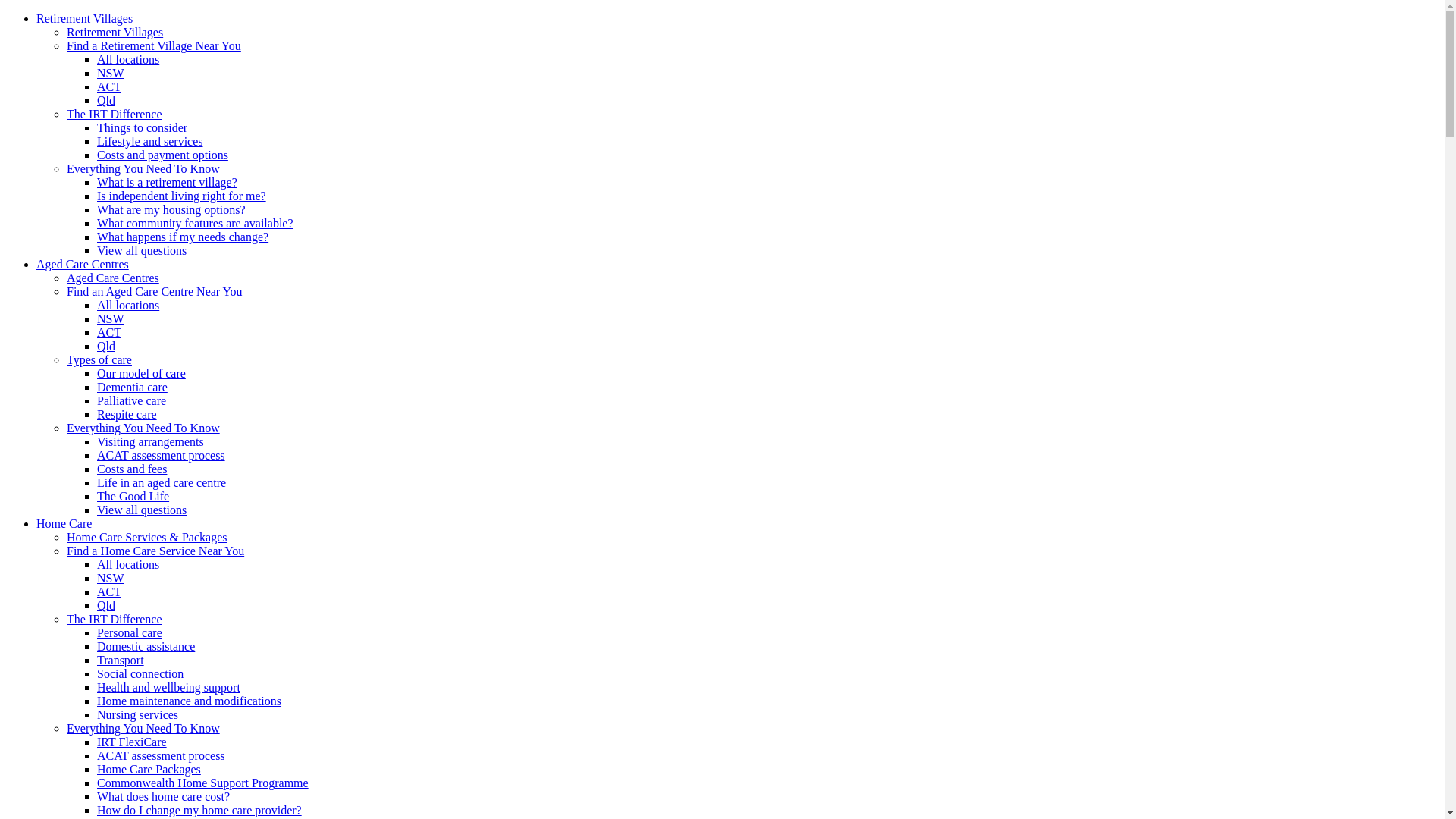 The image size is (1456, 819). What do you see at coordinates (171, 209) in the screenshot?
I see `'What are my housing options?'` at bounding box center [171, 209].